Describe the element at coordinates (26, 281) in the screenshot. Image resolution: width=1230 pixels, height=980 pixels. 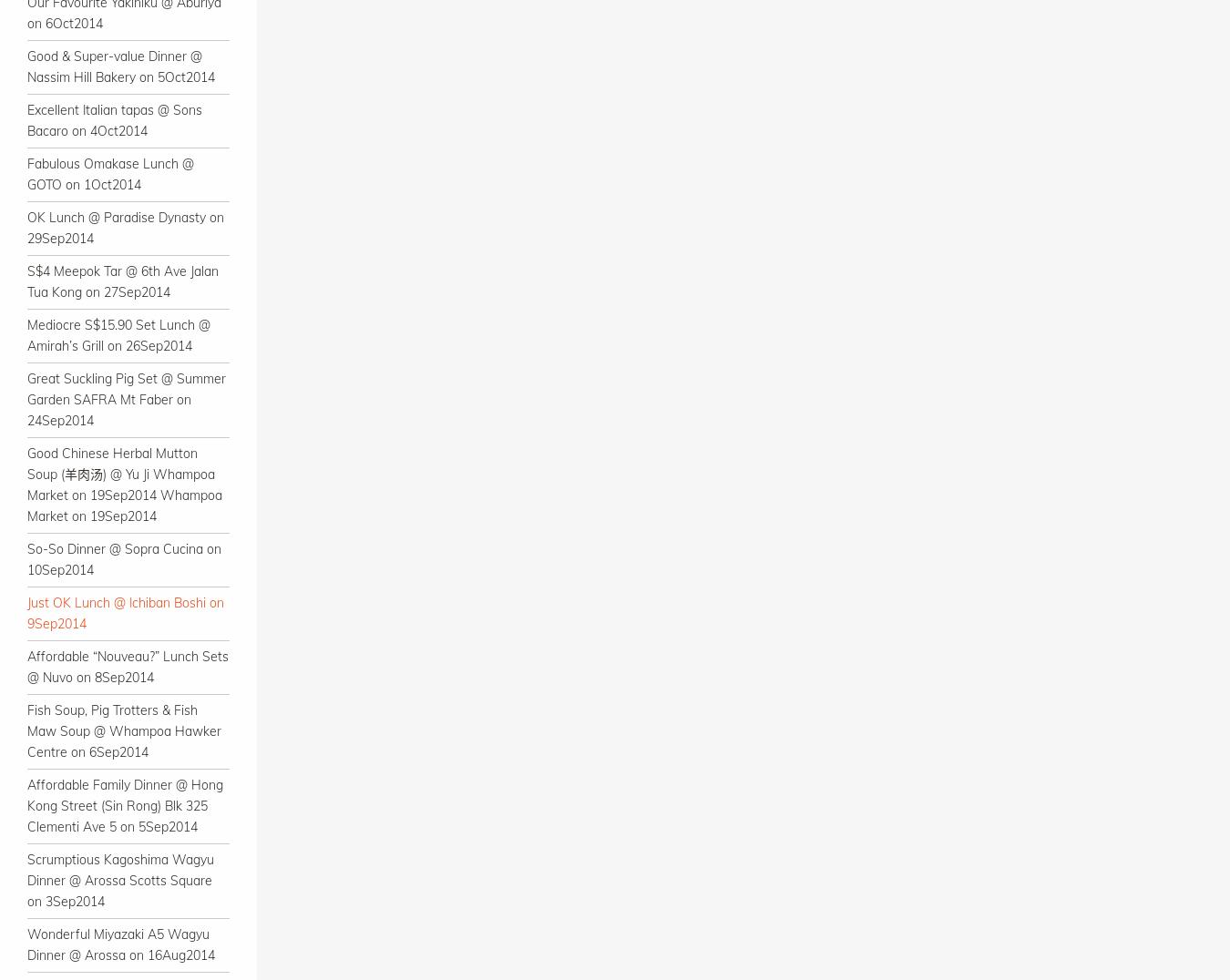
I see `'S$4 Meepok Tar @ 6th Ave Jalan Tua Kong on 27Sep2014'` at that location.